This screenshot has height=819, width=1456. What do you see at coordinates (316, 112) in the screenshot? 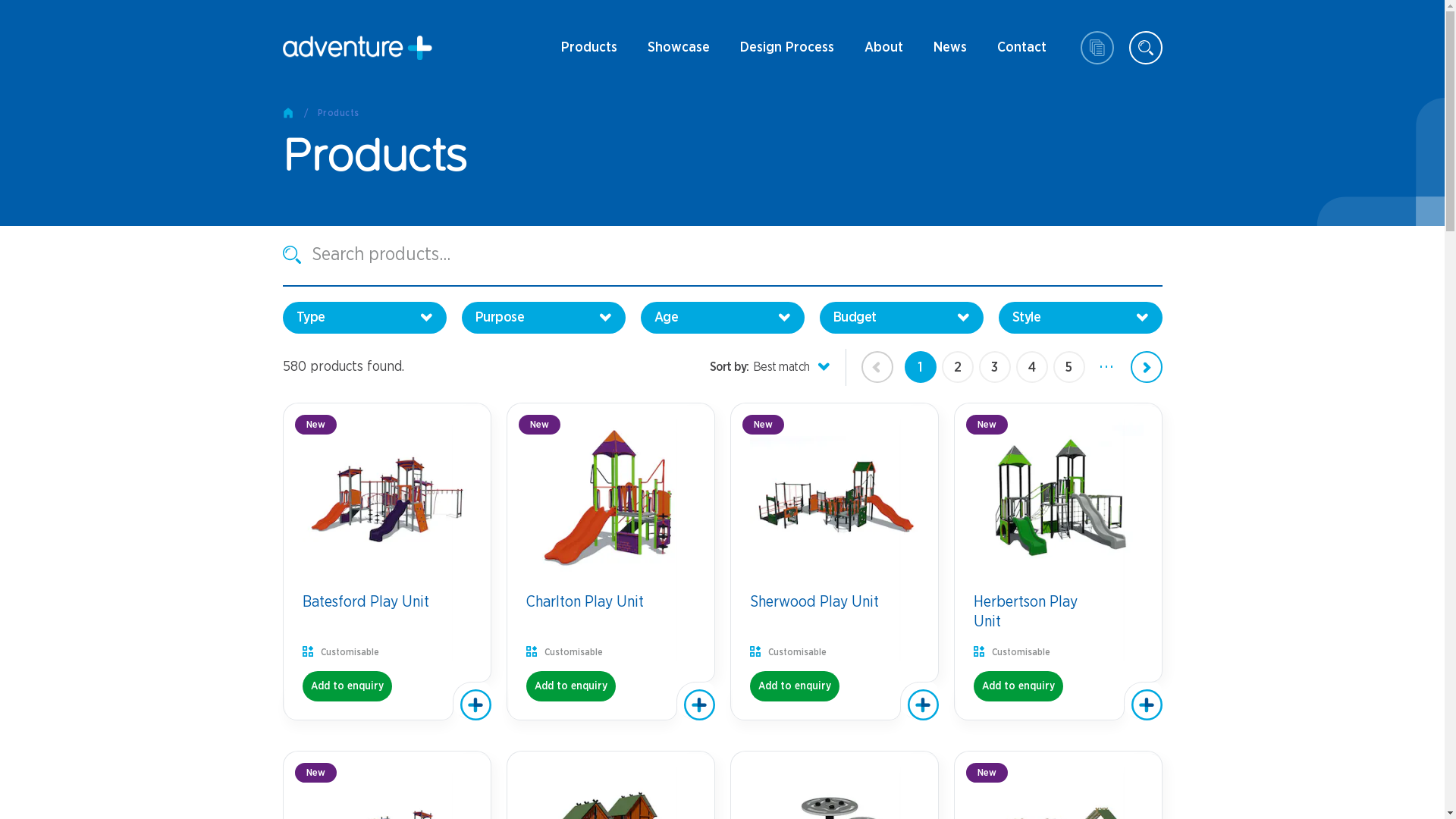
I see `'Products'` at bounding box center [316, 112].